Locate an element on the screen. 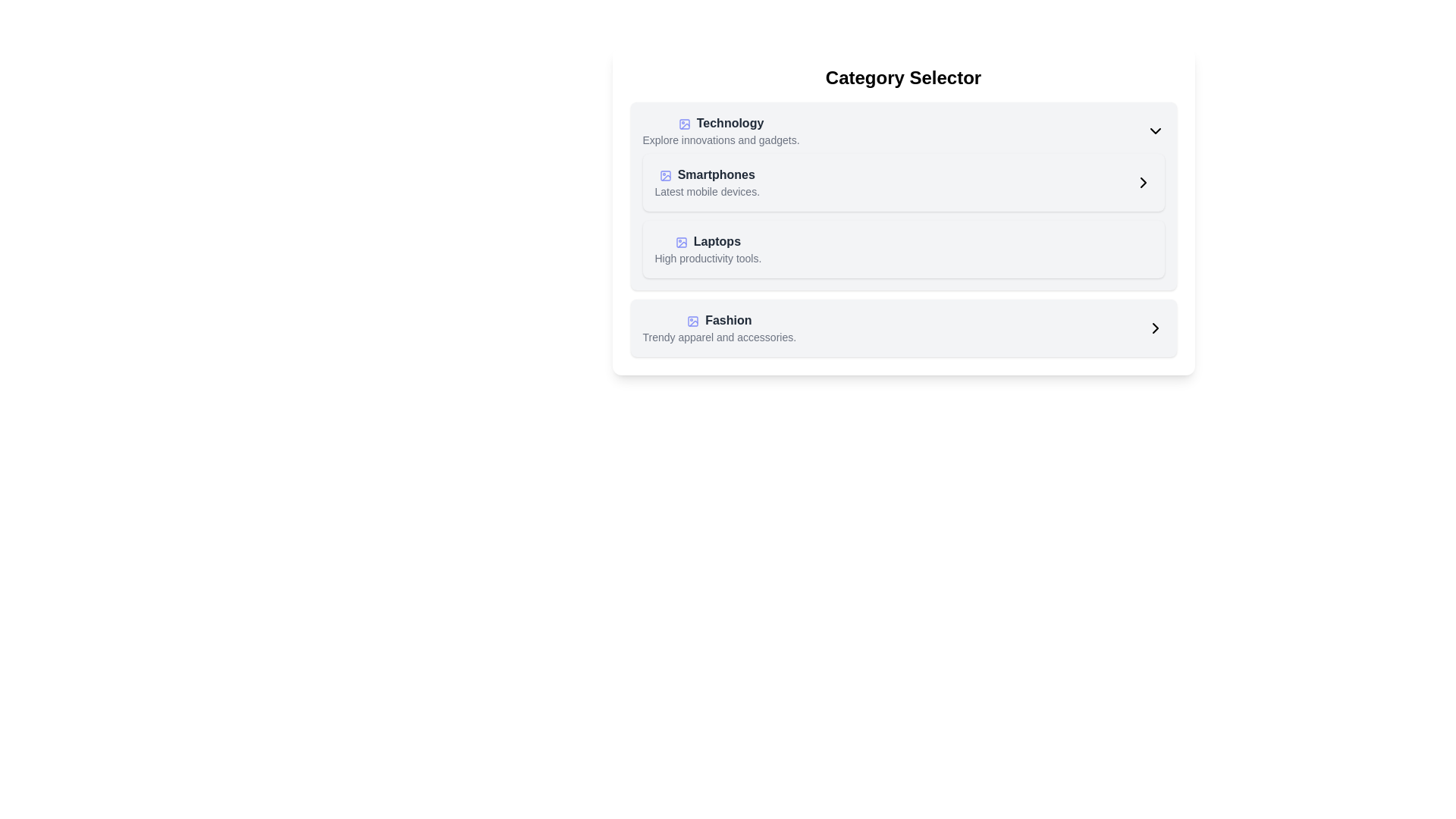 The width and height of the screenshot is (1456, 819). the small rectangular SVG graphical component with rounded corners that represents the 'Technology' category icon is located at coordinates (683, 123).